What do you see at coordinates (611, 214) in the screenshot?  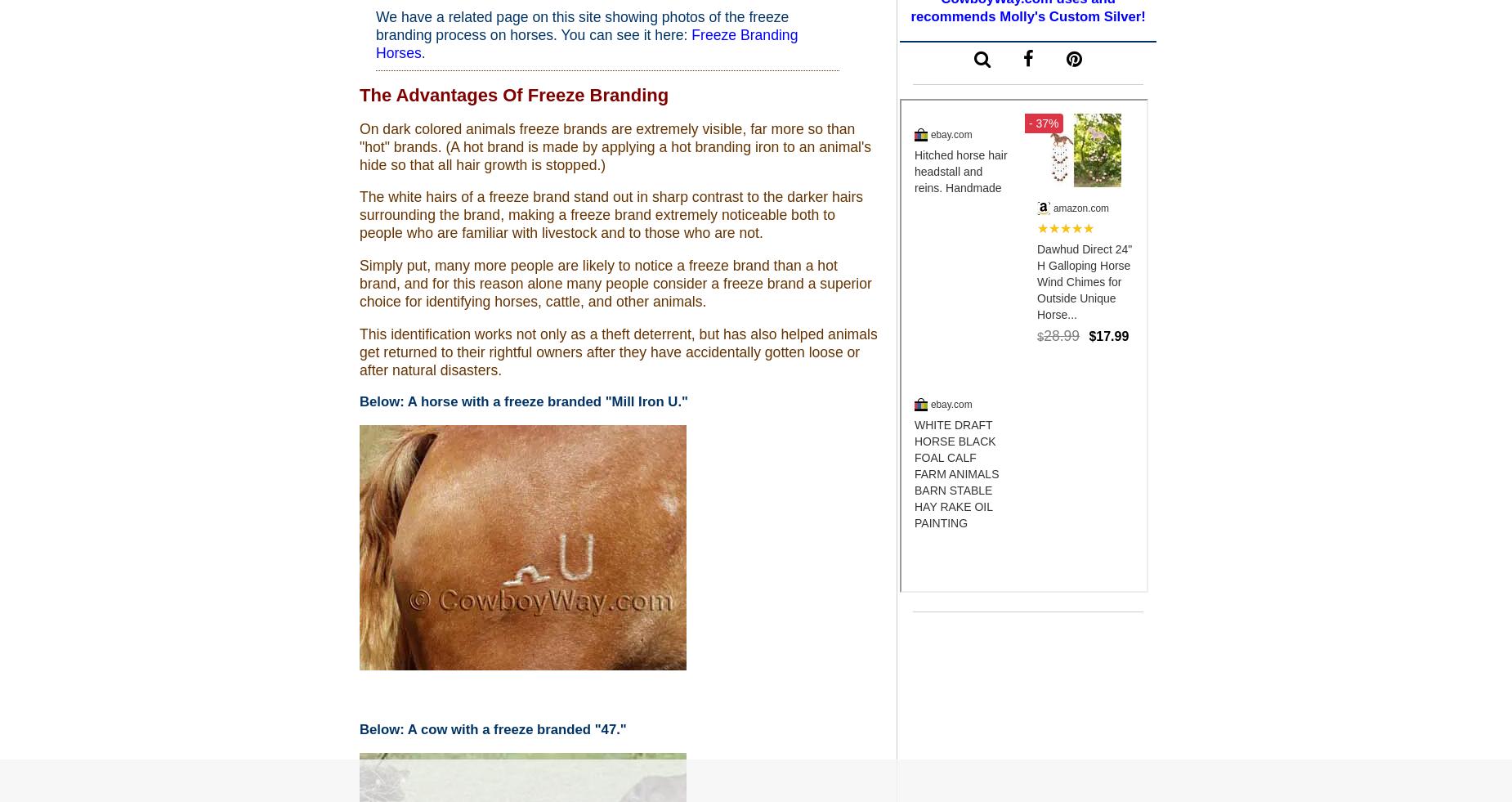 I see `'The white hairs of a freeze brand stand out in sharp contrast to the
darker hairs surrounding the brand, making a freeze brand extremely
noticeable both to people who are familiar with livestock and to those
who are not.'` at bounding box center [611, 214].